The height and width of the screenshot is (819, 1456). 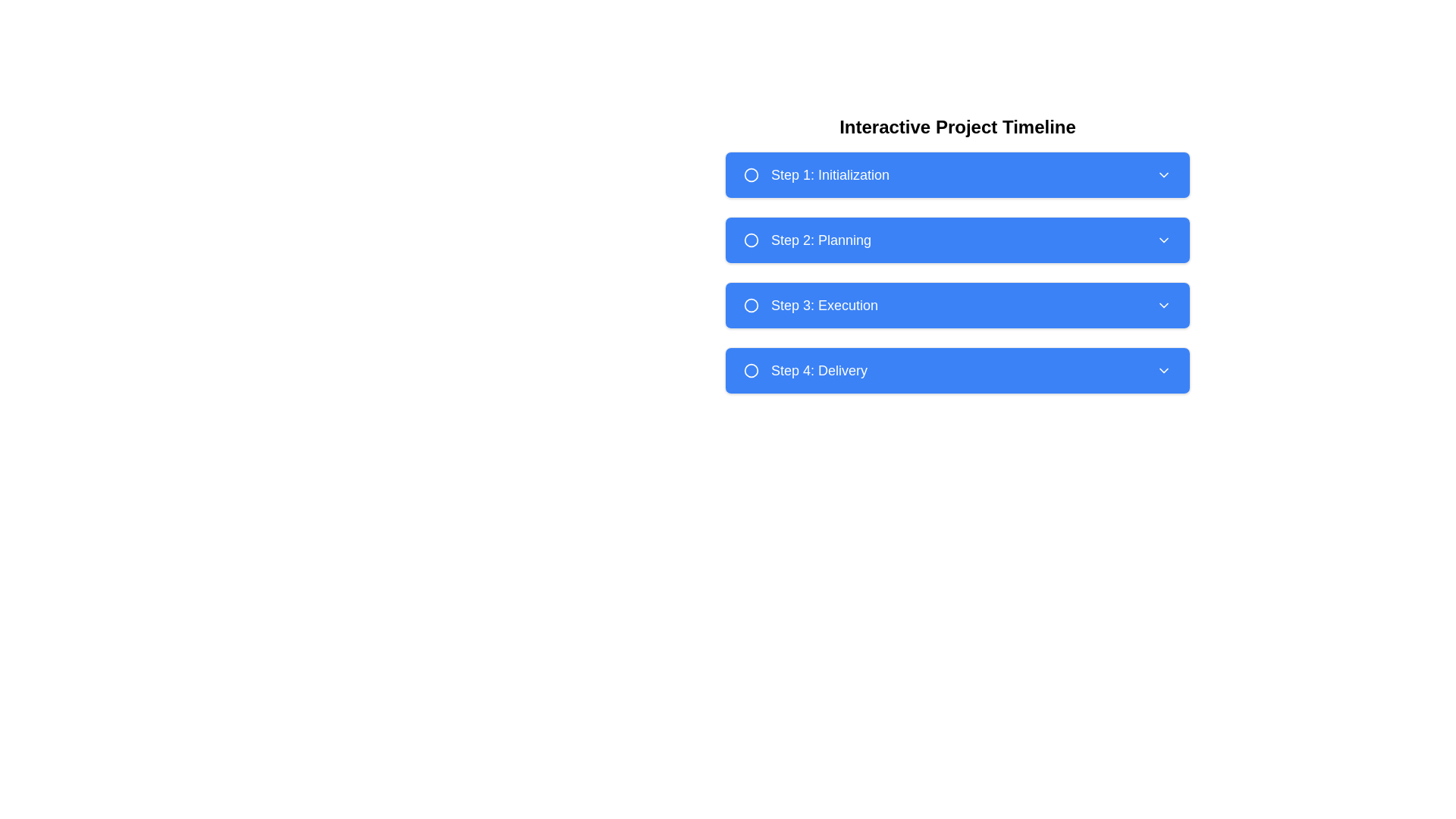 What do you see at coordinates (956, 174) in the screenshot?
I see `the 'Step 1: Initialization' button for keyboard navigation` at bounding box center [956, 174].